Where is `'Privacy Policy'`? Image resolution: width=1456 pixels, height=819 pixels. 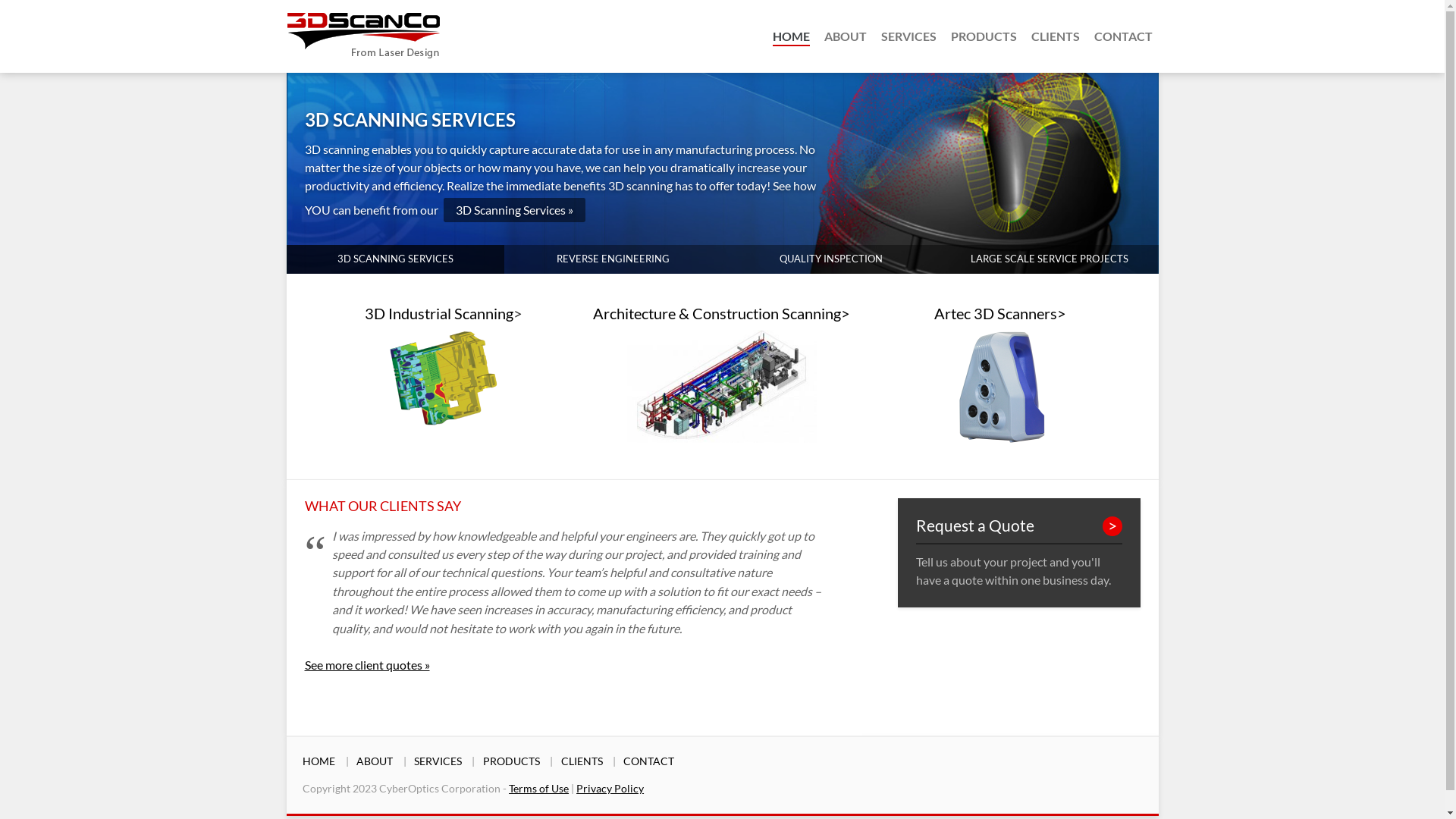 'Privacy Policy' is located at coordinates (610, 787).